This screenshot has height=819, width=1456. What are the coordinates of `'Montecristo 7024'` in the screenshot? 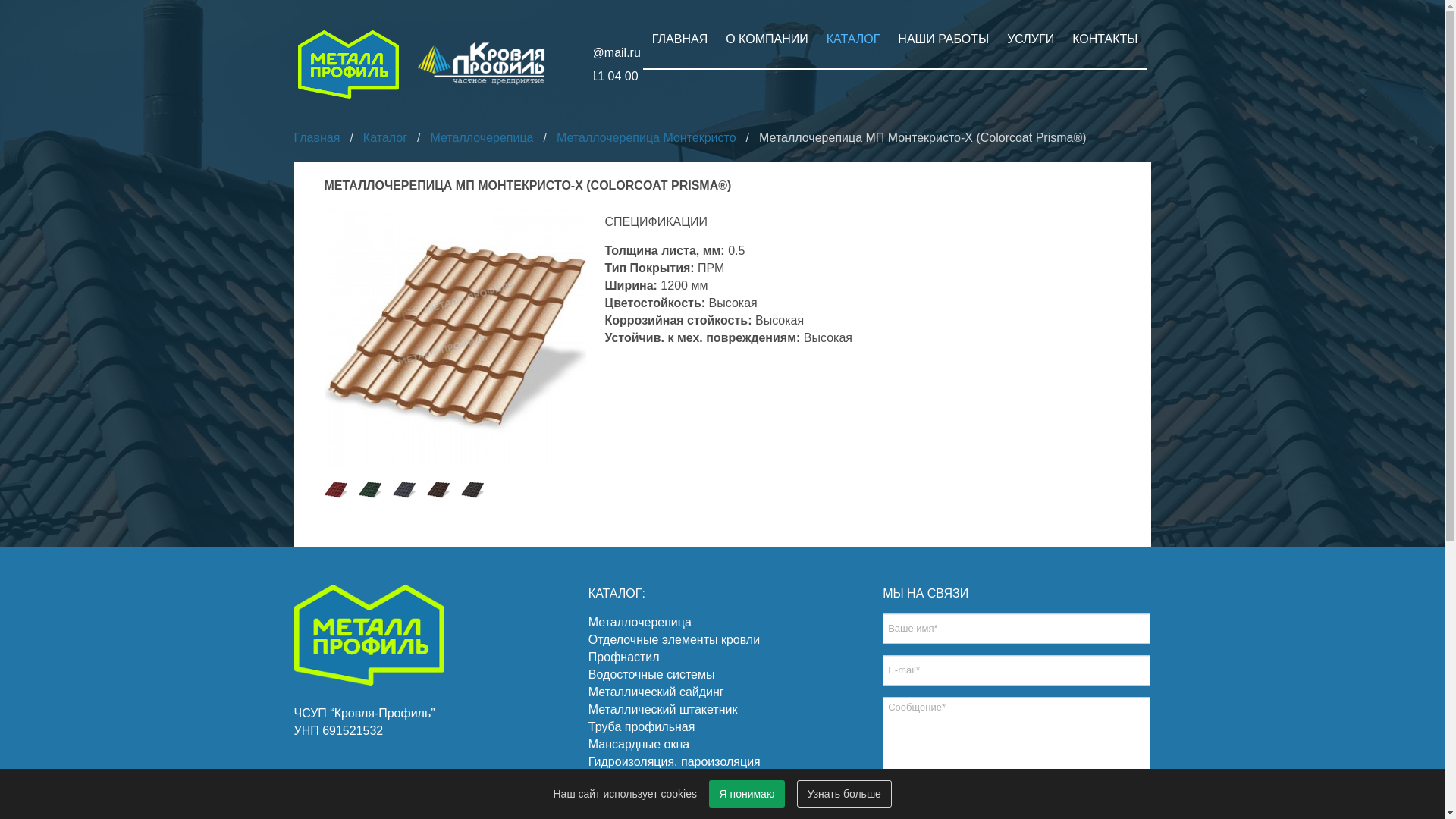 It's located at (403, 489).